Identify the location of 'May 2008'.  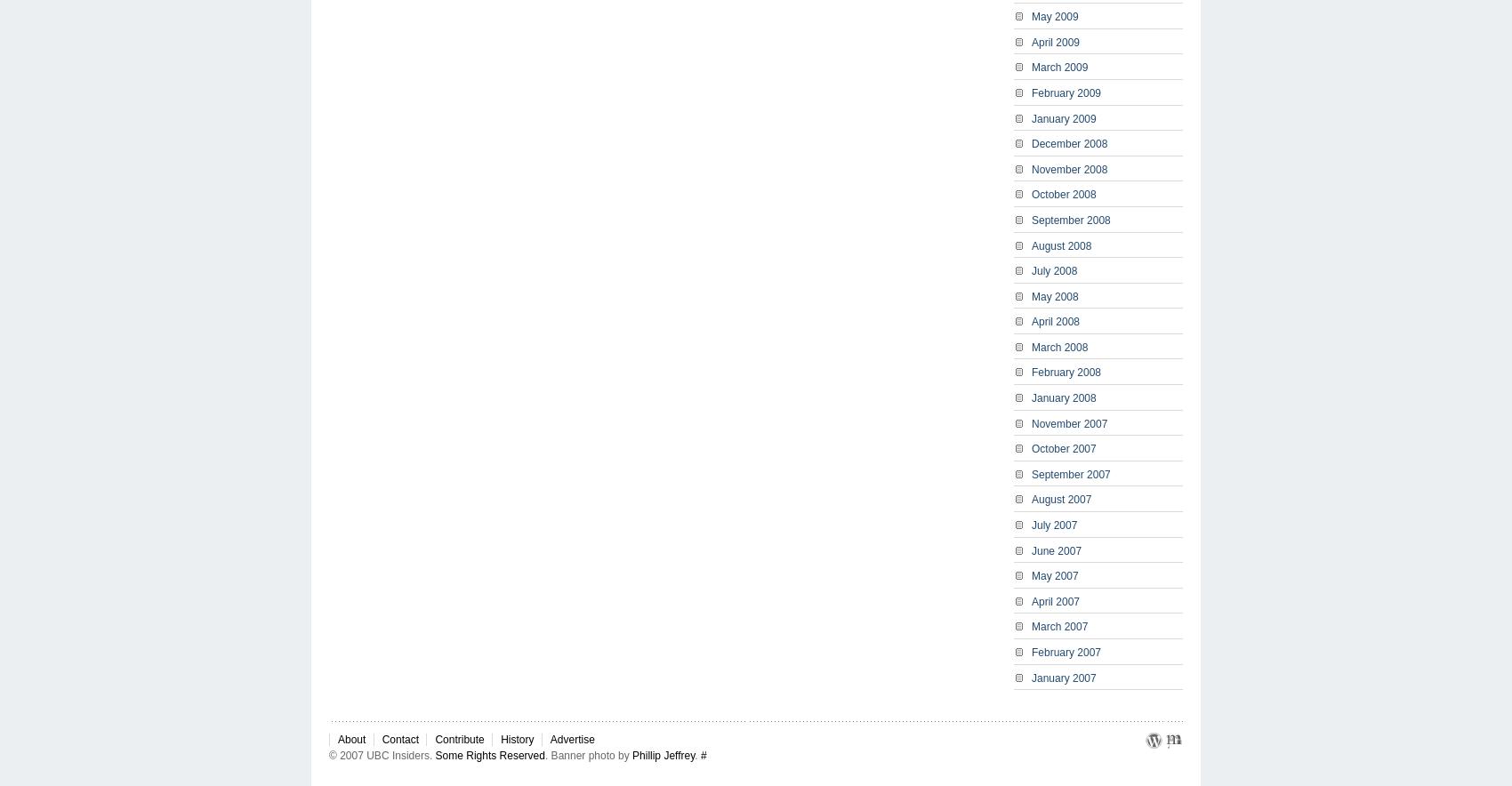
(1053, 295).